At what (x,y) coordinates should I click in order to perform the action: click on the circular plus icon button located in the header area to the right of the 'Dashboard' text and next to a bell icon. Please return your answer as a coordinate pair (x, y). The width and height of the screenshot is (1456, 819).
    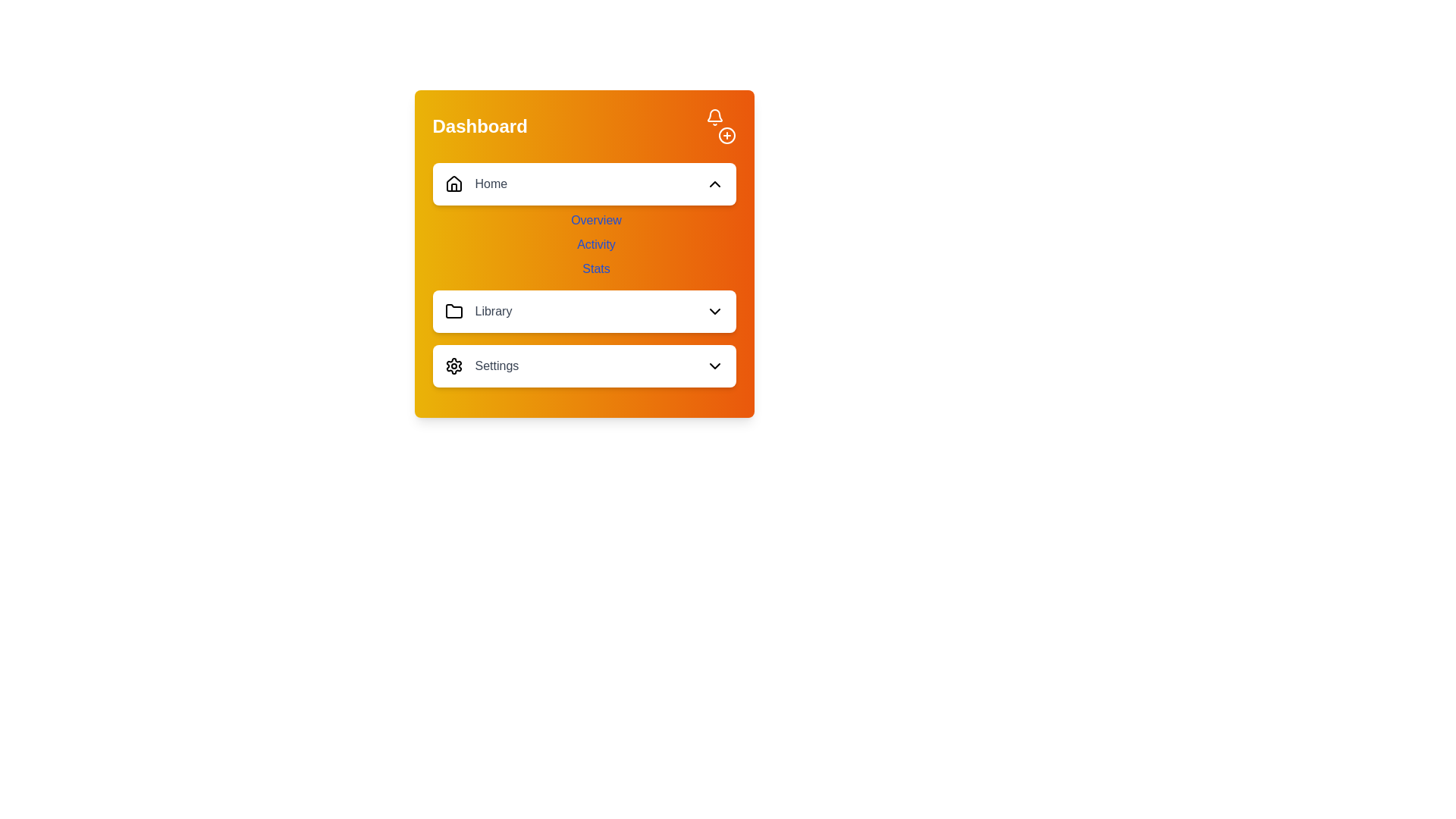
    Looking at the image, I should click on (726, 134).